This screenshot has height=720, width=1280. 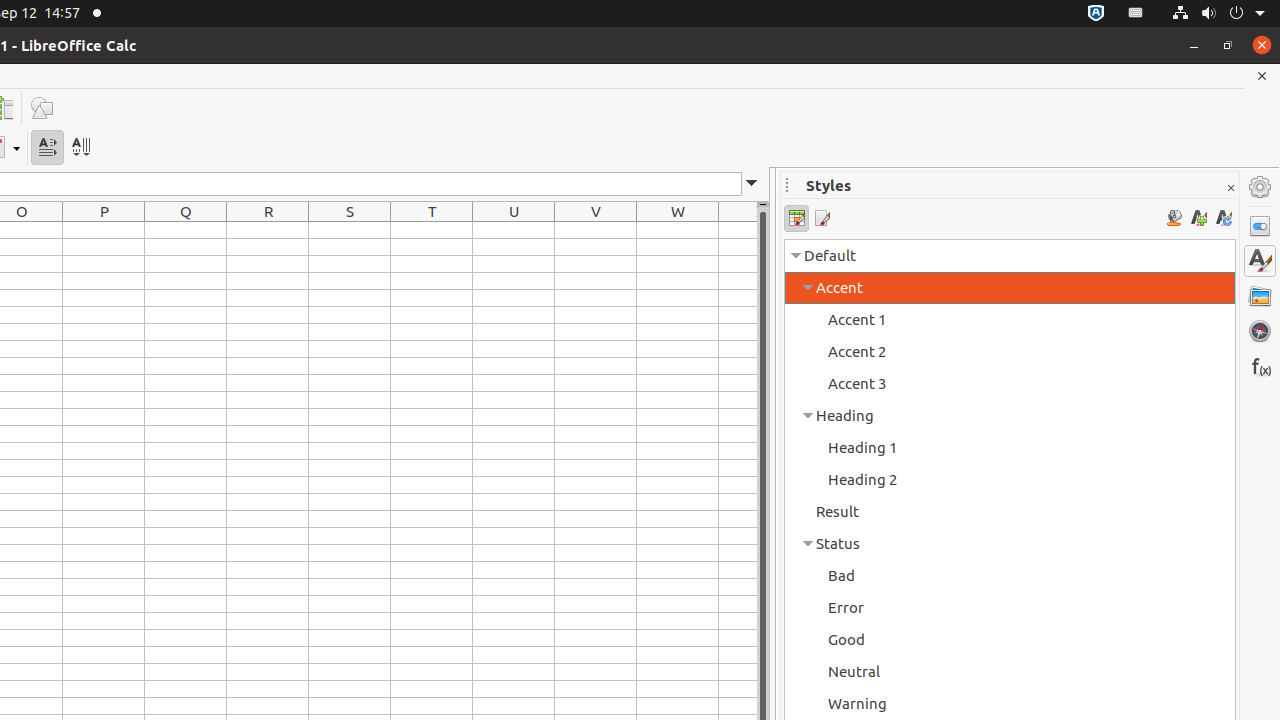 What do you see at coordinates (185, 229) in the screenshot?
I see `'Q1'` at bounding box center [185, 229].